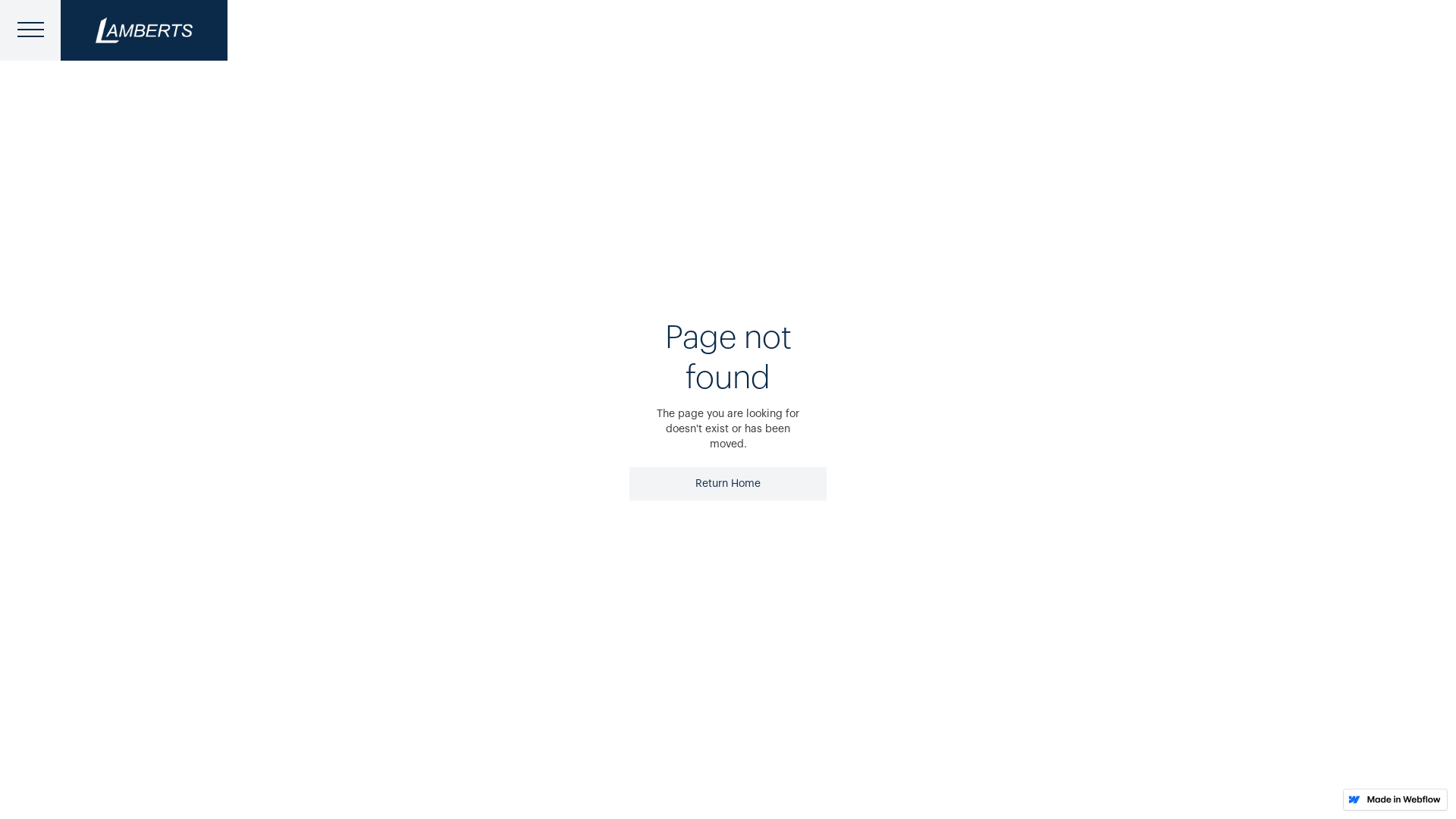  I want to click on 'Return Home', so click(728, 483).